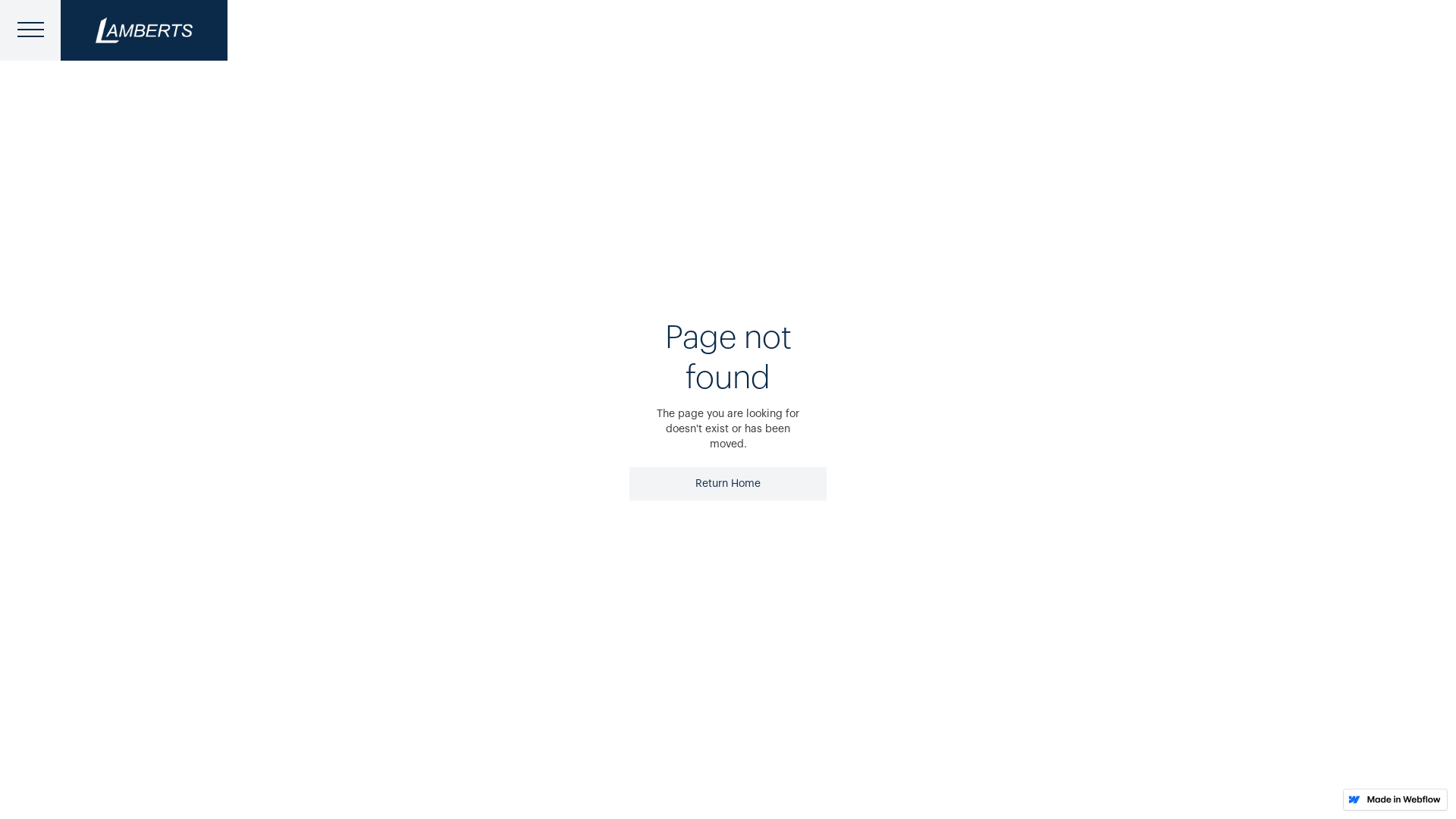  I want to click on 'Return Home', so click(728, 483).